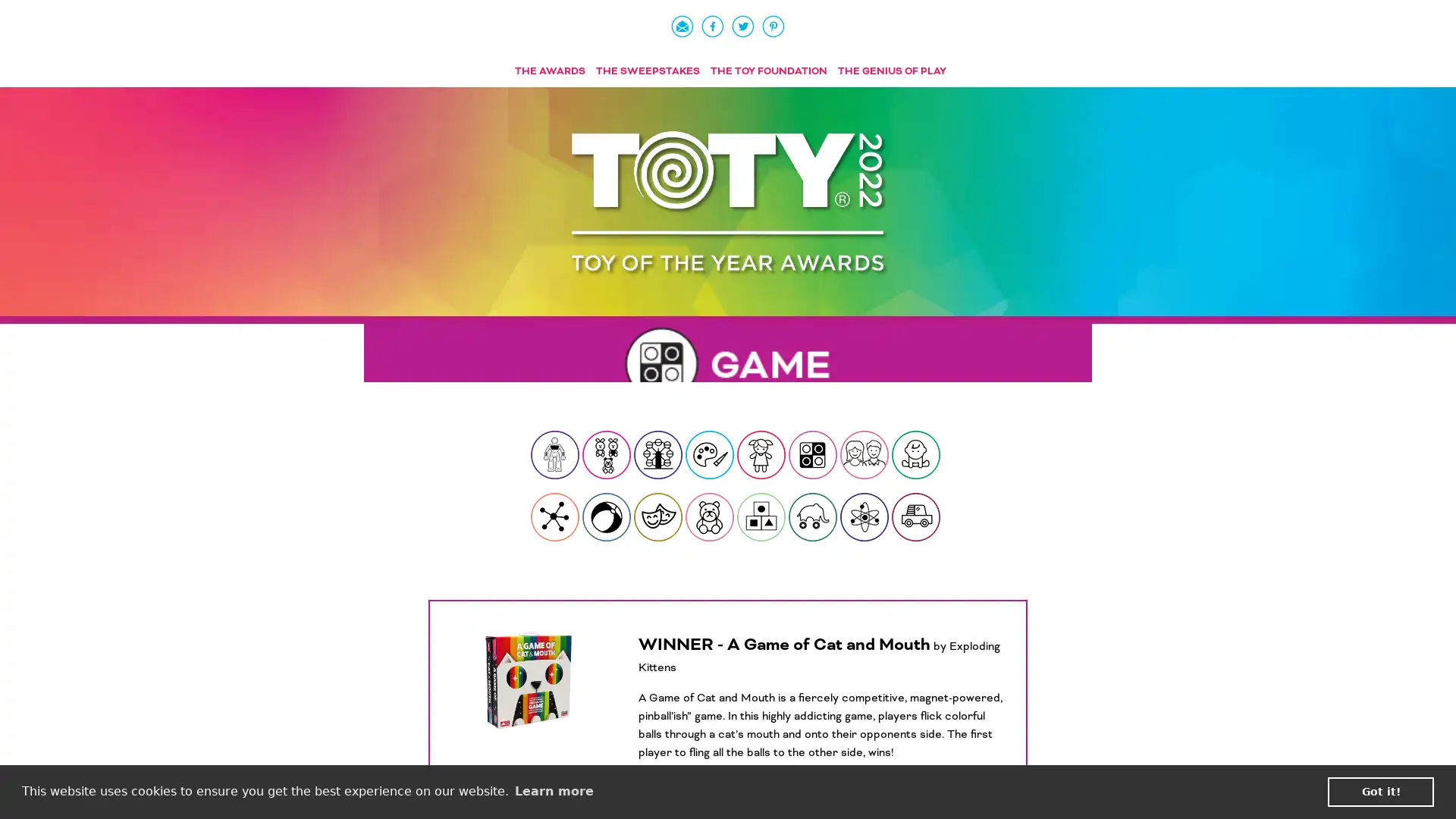  I want to click on Submit, so click(658, 454).